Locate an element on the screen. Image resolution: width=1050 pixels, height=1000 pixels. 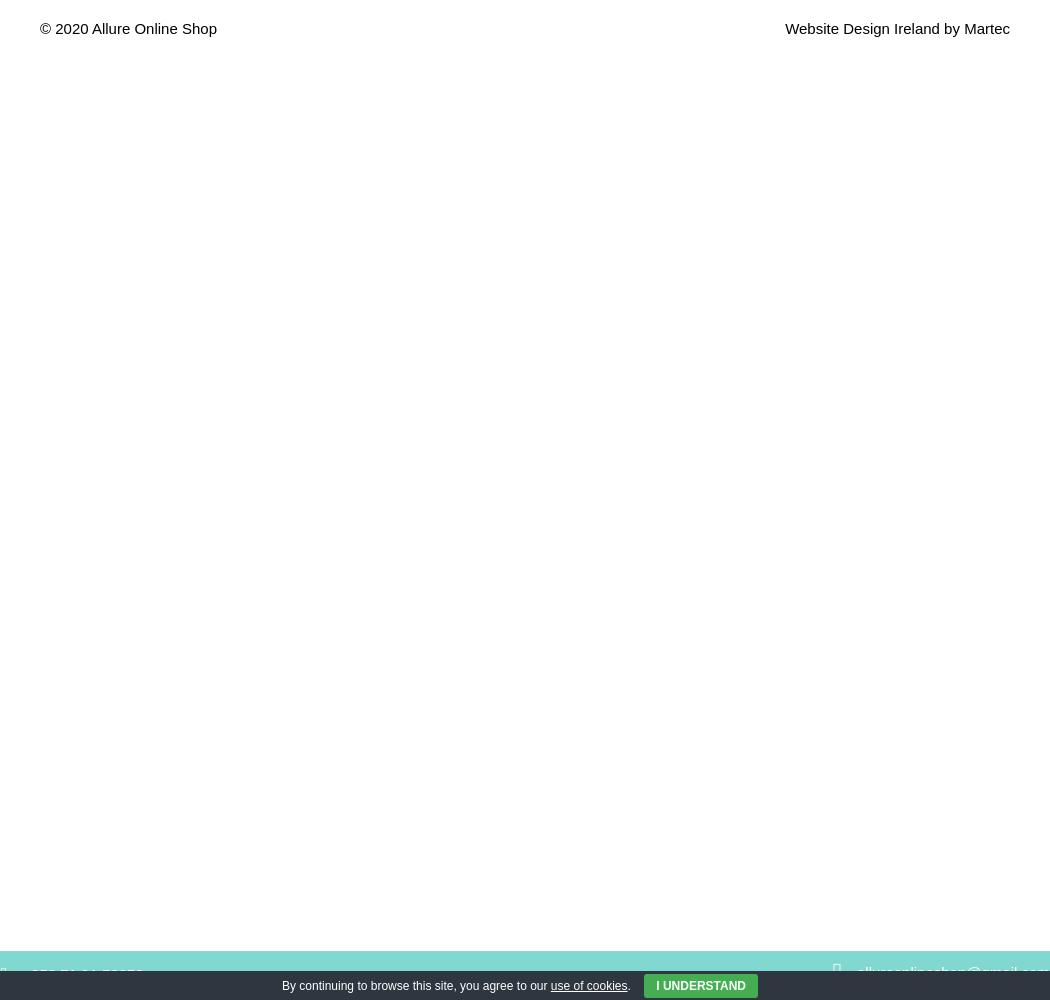
'By continuing to browse this site, you agree to our' is located at coordinates (415, 985).